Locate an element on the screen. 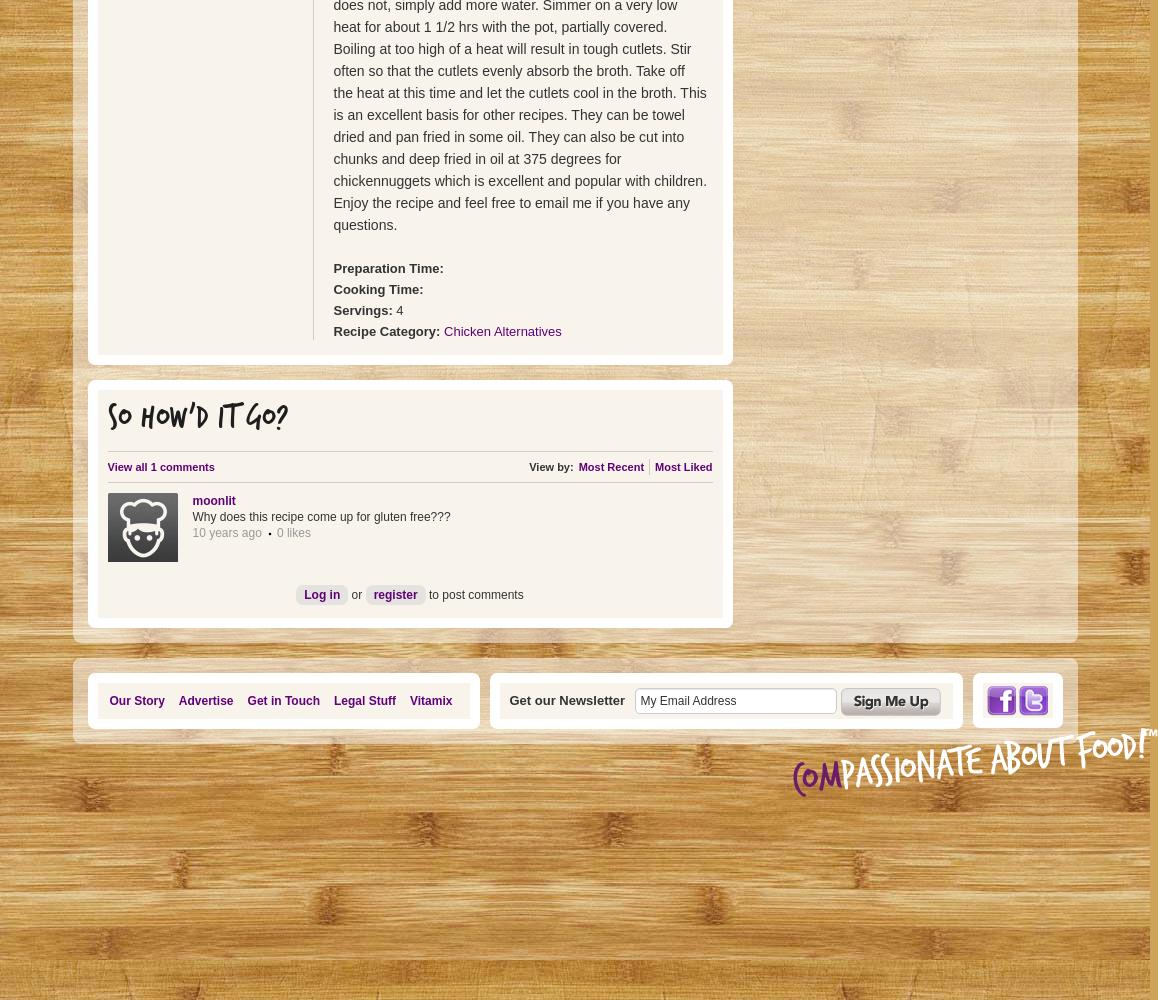  'Most Recent' is located at coordinates (609, 466).